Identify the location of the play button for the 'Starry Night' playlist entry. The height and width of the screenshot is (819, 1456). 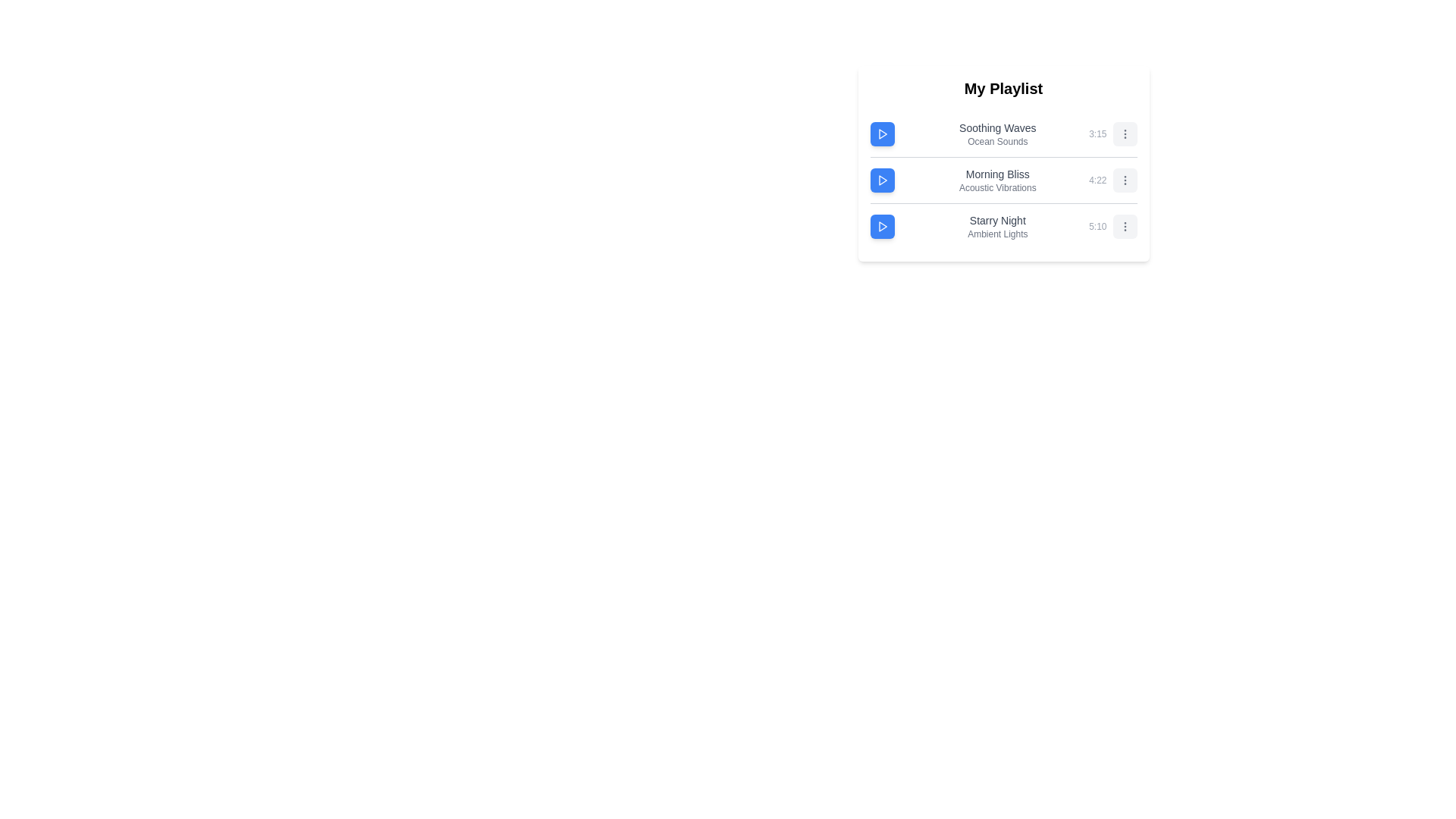
(882, 227).